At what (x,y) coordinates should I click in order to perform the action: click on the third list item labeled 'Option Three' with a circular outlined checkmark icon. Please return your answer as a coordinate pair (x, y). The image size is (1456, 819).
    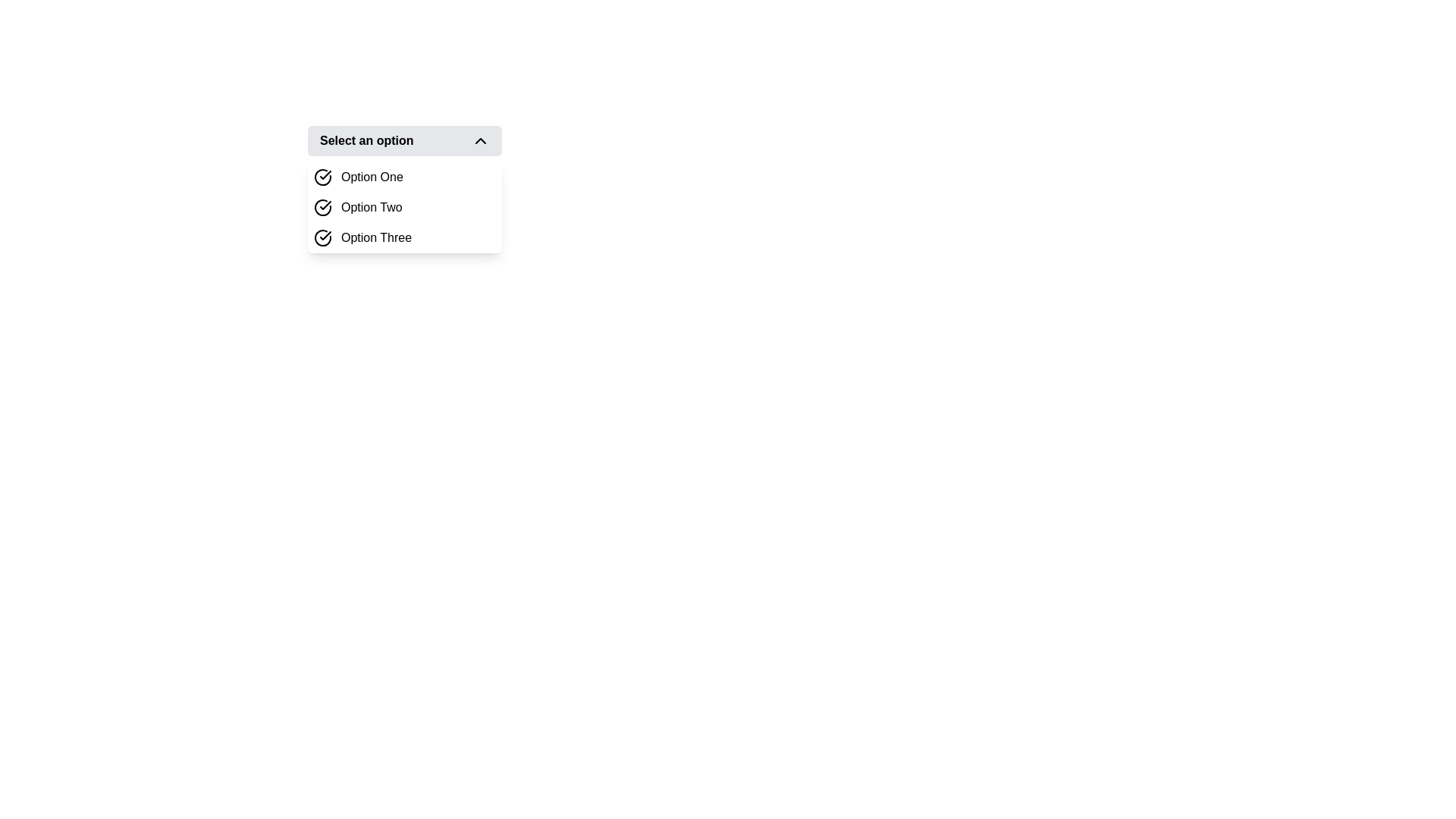
    Looking at the image, I should click on (404, 237).